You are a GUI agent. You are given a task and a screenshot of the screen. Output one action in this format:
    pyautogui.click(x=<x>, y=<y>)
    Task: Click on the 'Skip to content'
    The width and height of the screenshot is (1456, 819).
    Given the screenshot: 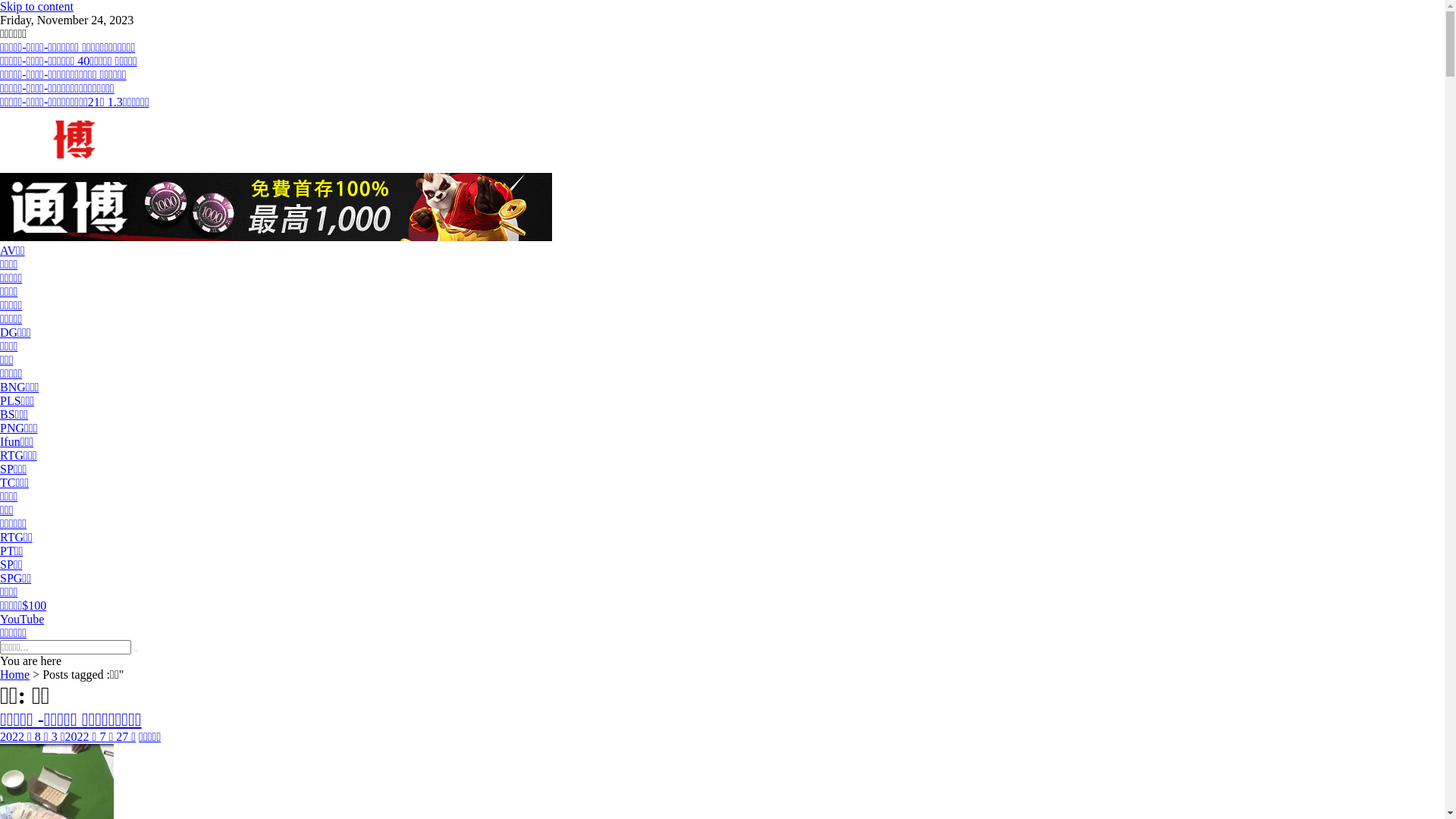 What is the action you would take?
    pyautogui.click(x=36, y=6)
    